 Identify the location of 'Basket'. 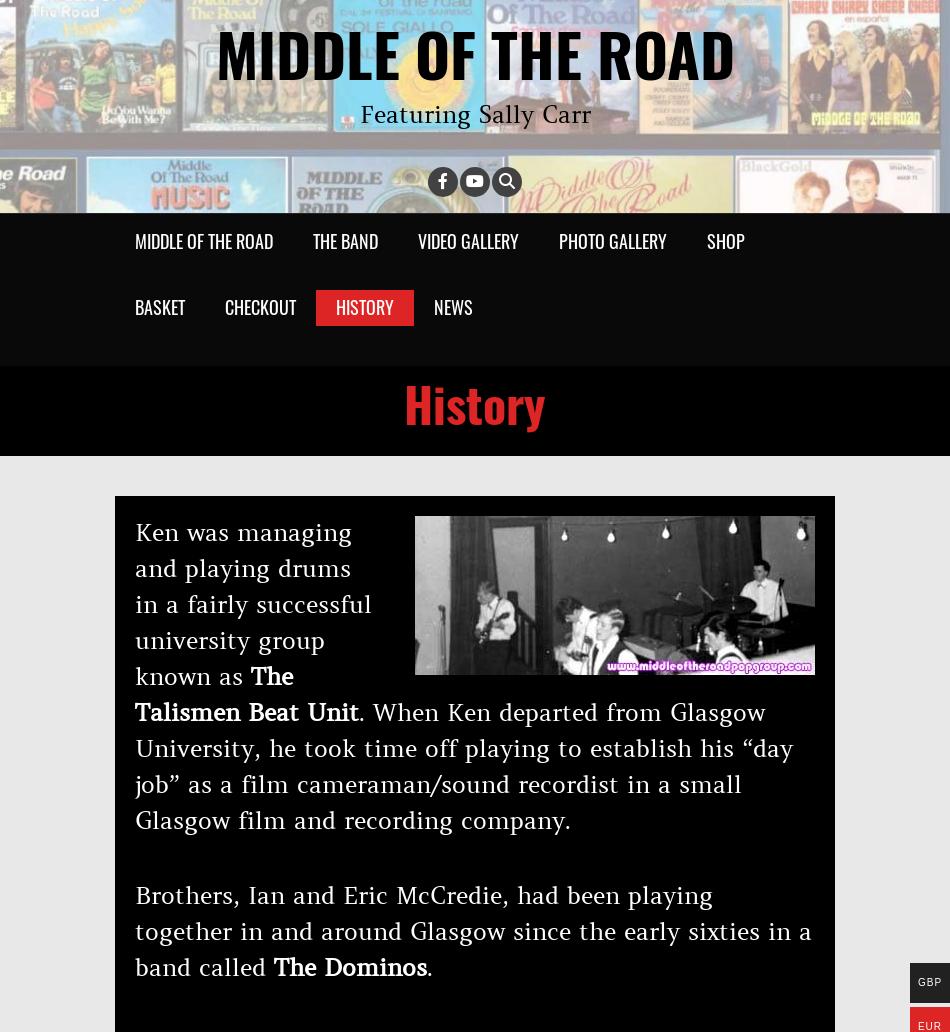
(159, 307).